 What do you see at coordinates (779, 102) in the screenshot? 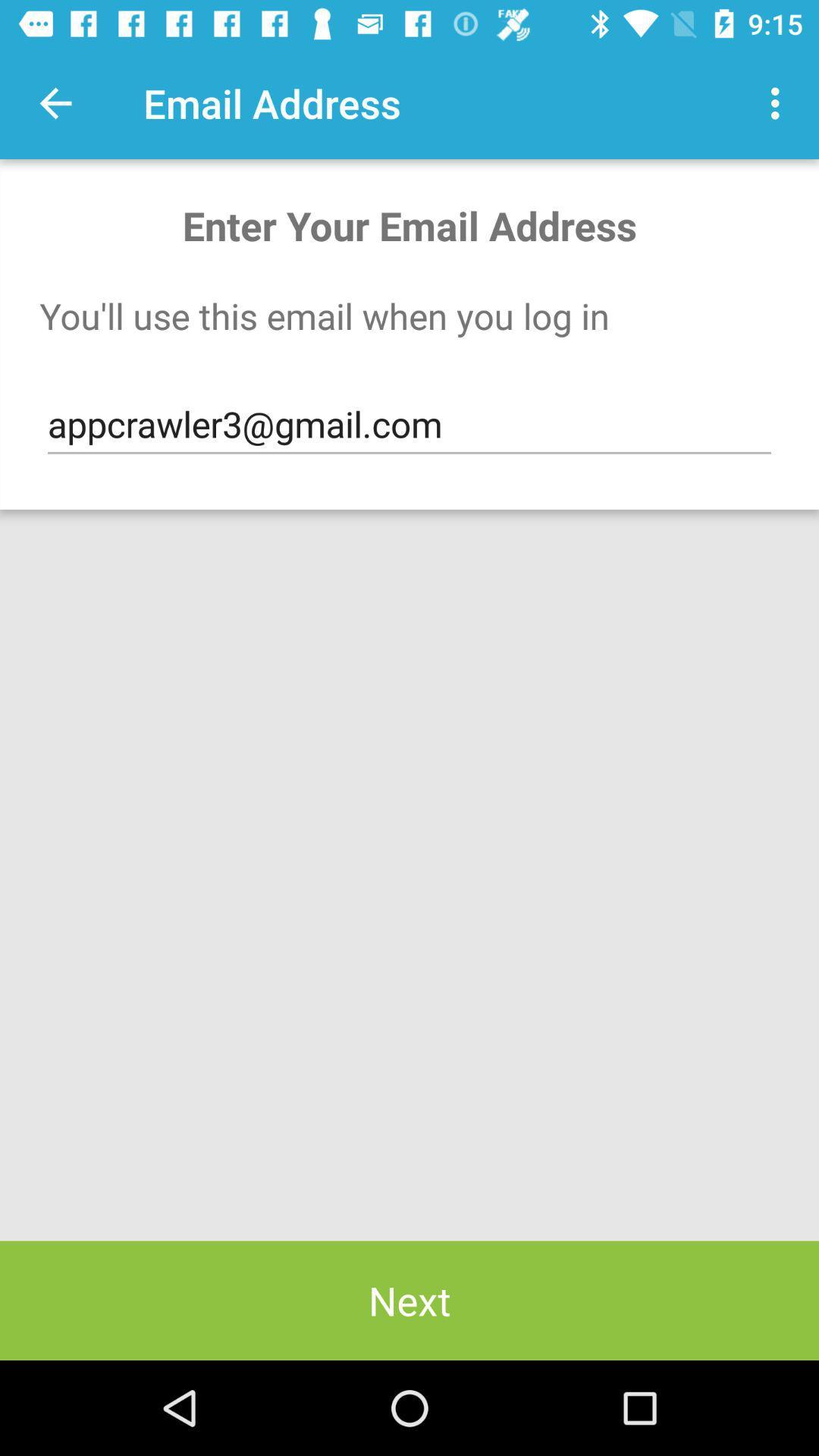
I see `icon to the right of email address item` at bounding box center [779, 102].